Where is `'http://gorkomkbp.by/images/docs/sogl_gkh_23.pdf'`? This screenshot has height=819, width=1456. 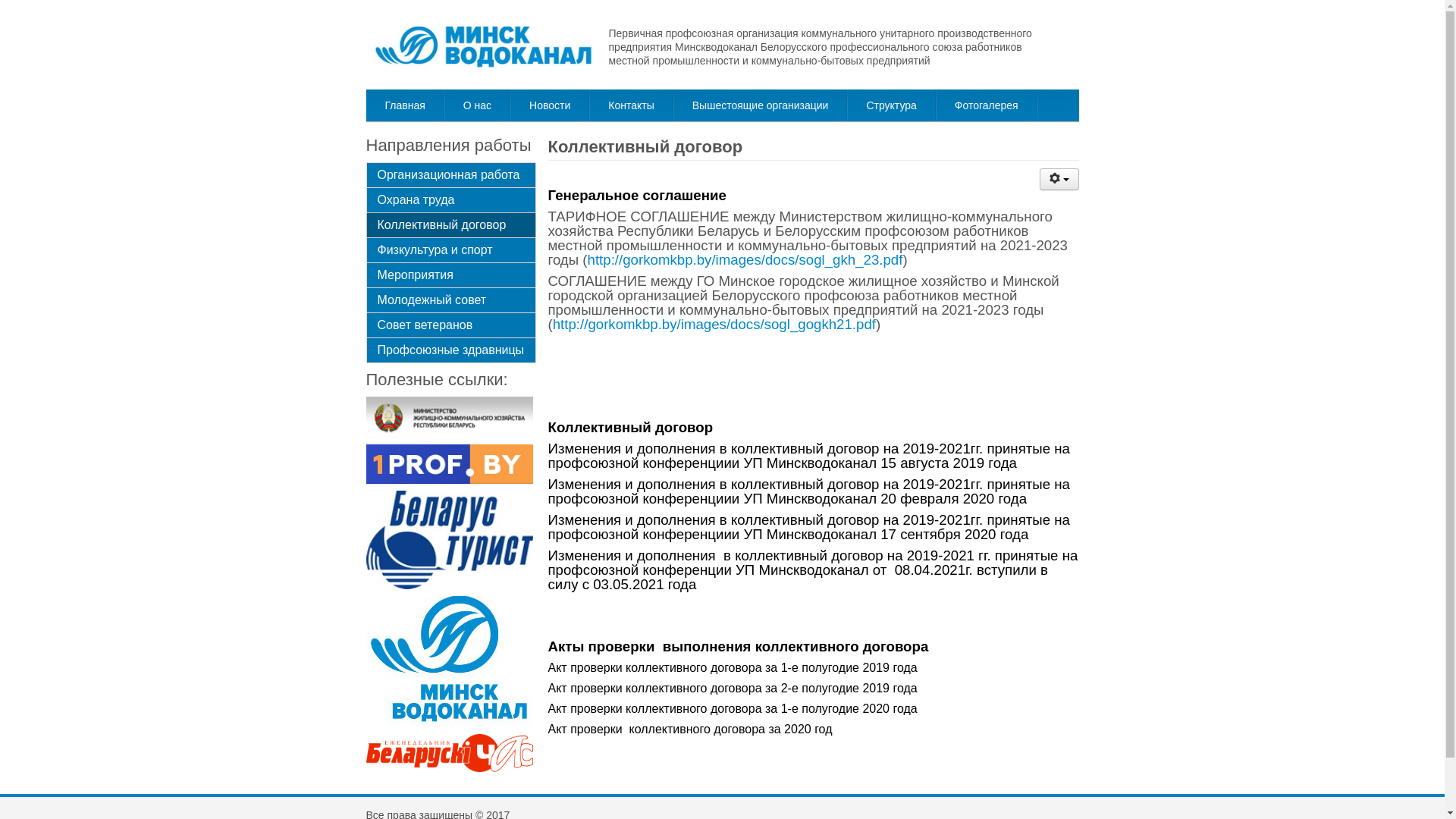 'http://gorkomkbp.by/images/docs/sogl_gkh_23.pdf' is located at coordinates (745, 259).